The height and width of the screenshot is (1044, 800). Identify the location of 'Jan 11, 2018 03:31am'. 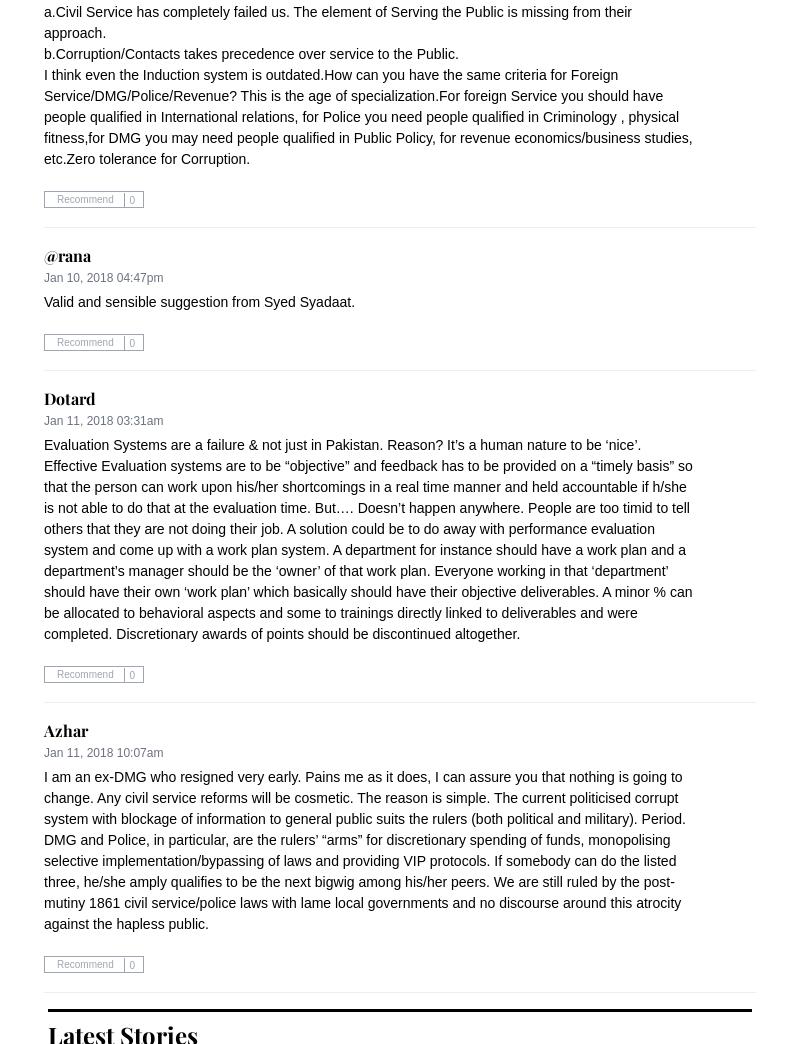
(102, 420).